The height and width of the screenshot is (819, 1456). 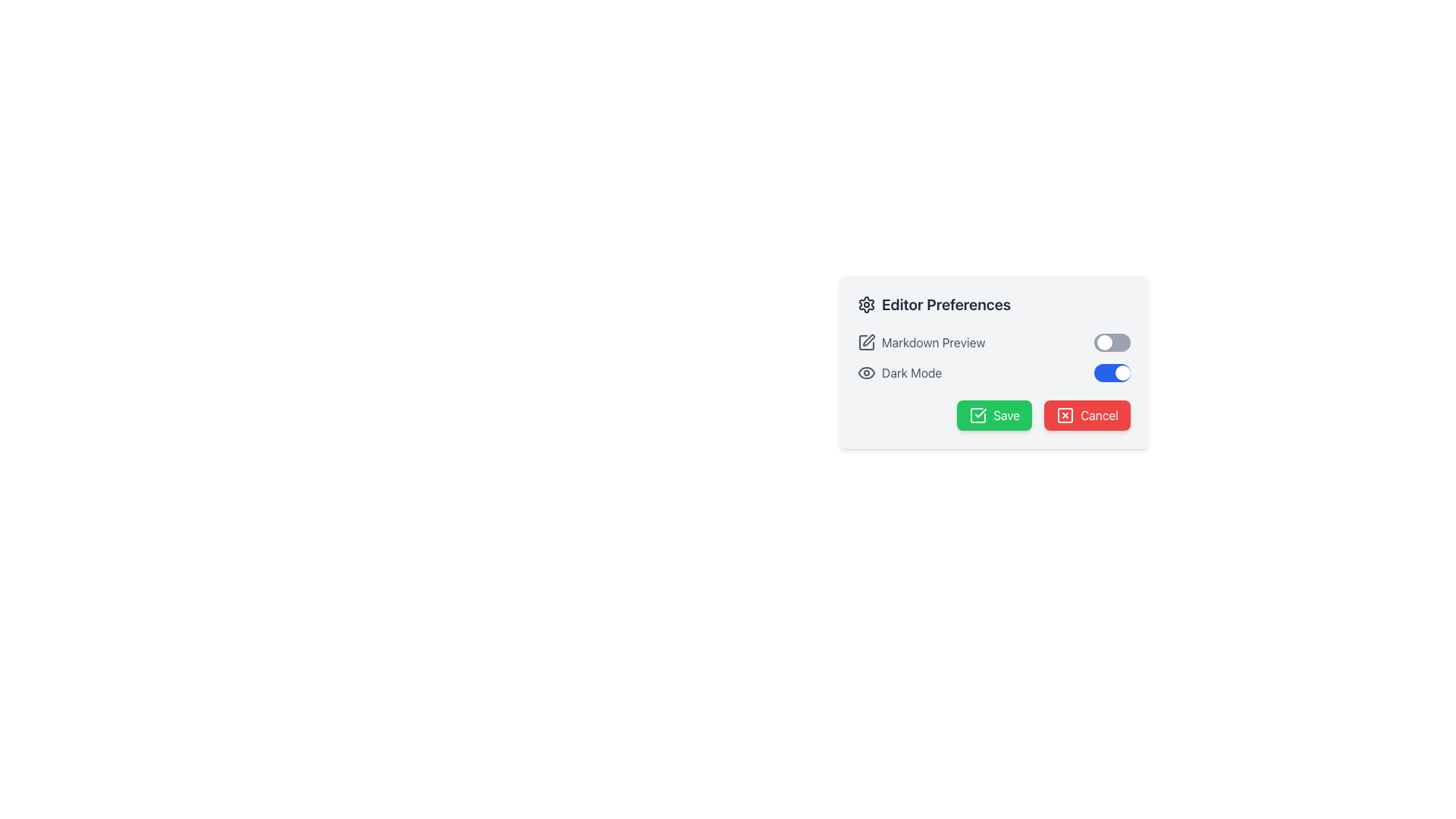 What do you see at coordinates (899, 373) in the screenshot?
I see `the 'Dark Mode' text label which describes the toggle switch functionality to its right in the 'Editor Preferences' section` at bounding box center [899, 373].